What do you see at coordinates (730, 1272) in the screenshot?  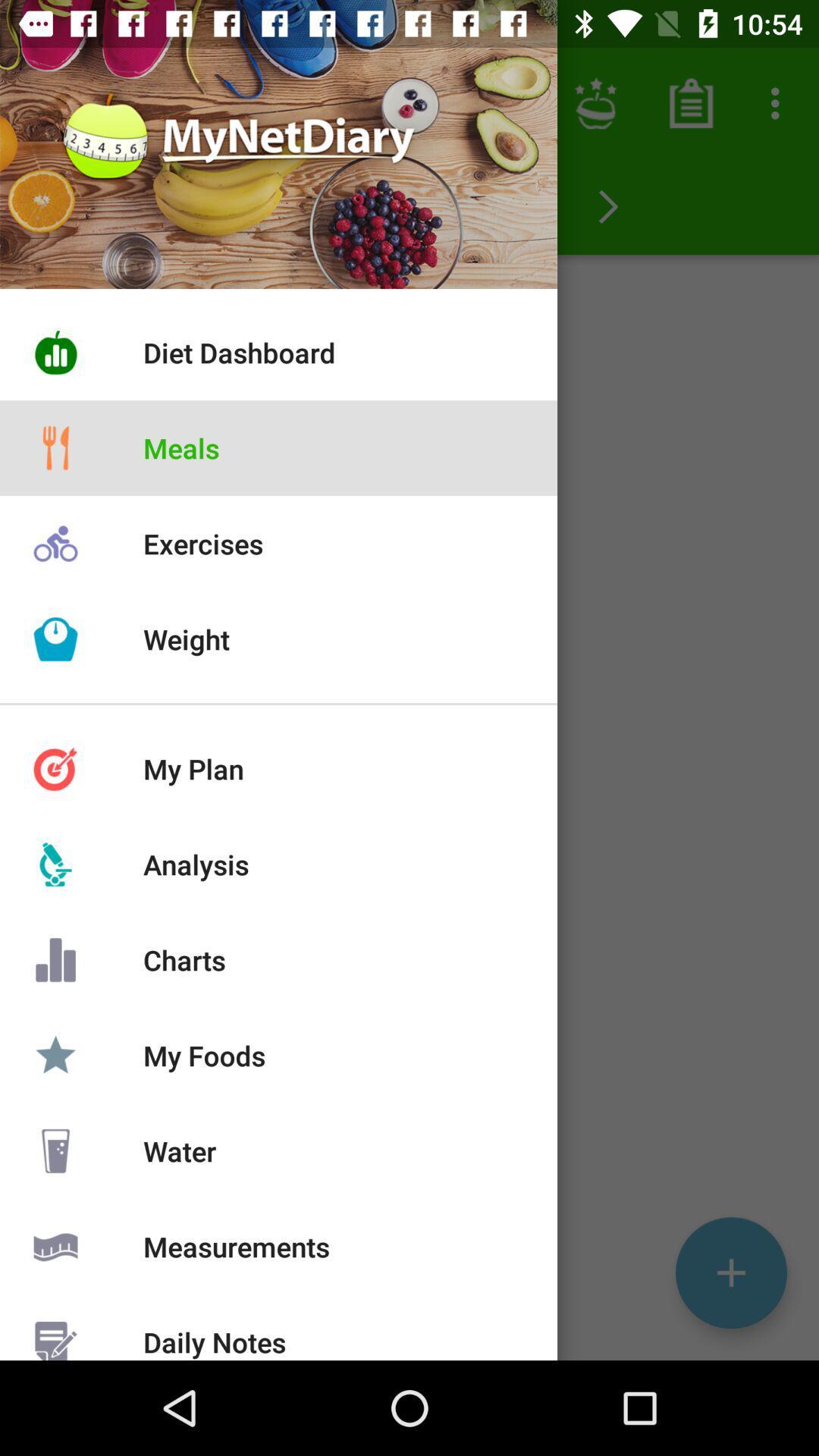 I see `the add icon` at bounding box center [730, 1272].